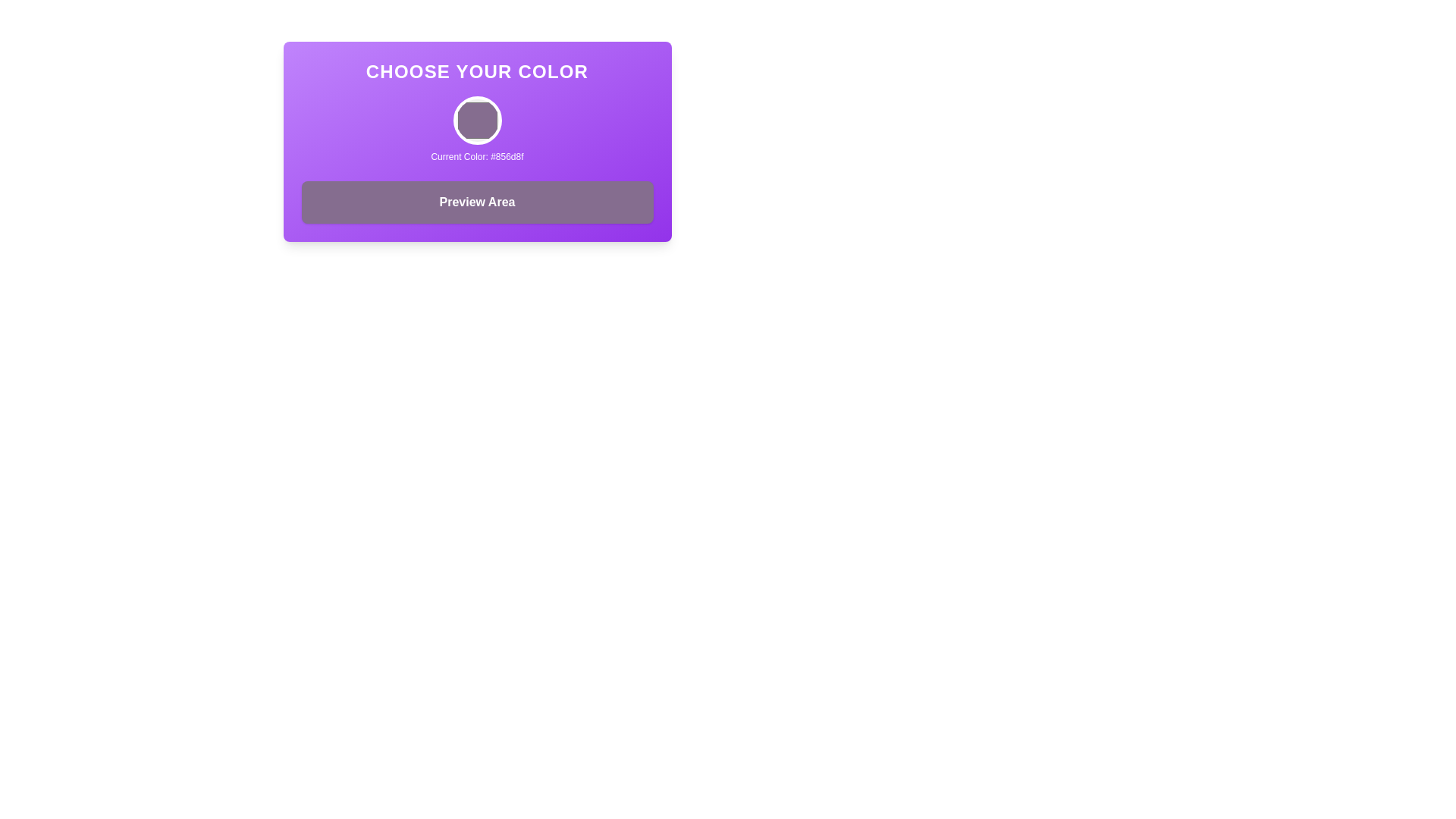 Image resolution: width=1456 pixels, height=819 pixels. What do you see at coordinates (476, 157) in the screenshot?
I see `the text label displaying 'Current Color: #856d8f' which is located below the circular color preview section in the middle of the purple gradient card interface` at bounding box center [476, 157].